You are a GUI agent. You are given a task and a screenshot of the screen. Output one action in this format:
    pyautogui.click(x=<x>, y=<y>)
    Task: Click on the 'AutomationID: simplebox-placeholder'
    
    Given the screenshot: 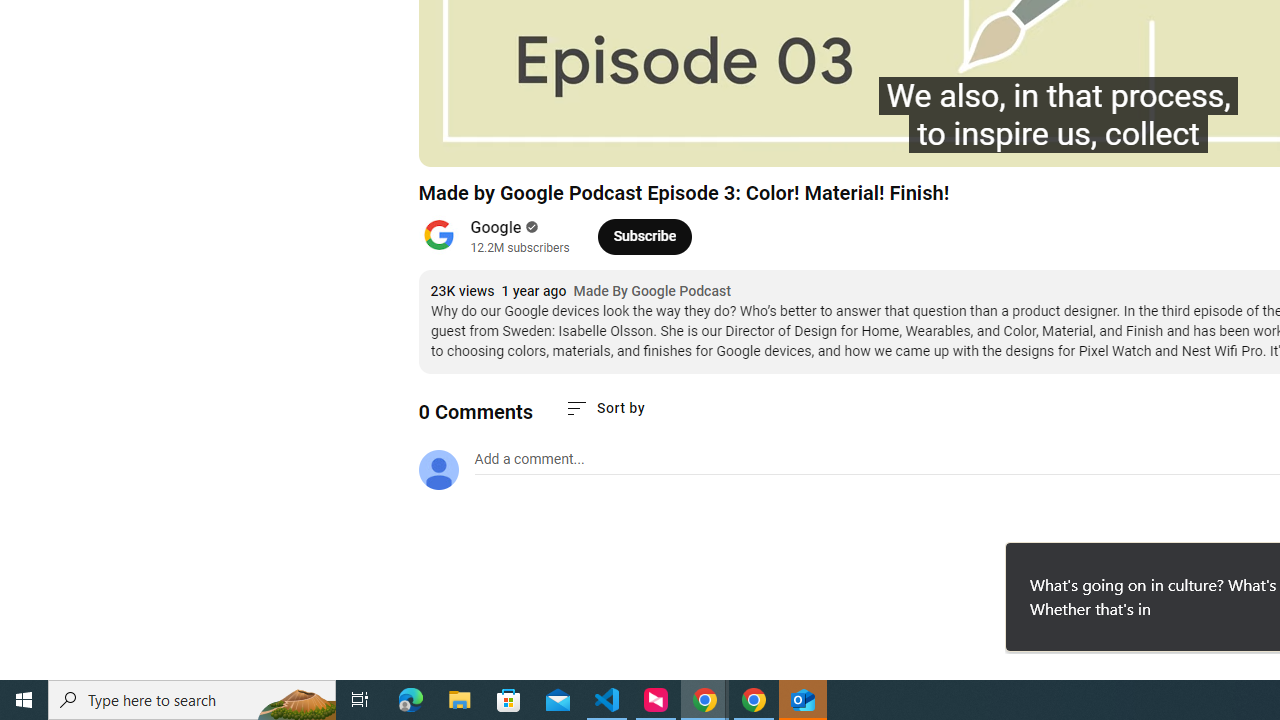 What is the action you would take?
    pyautogui.click(x=529, y=459)
    